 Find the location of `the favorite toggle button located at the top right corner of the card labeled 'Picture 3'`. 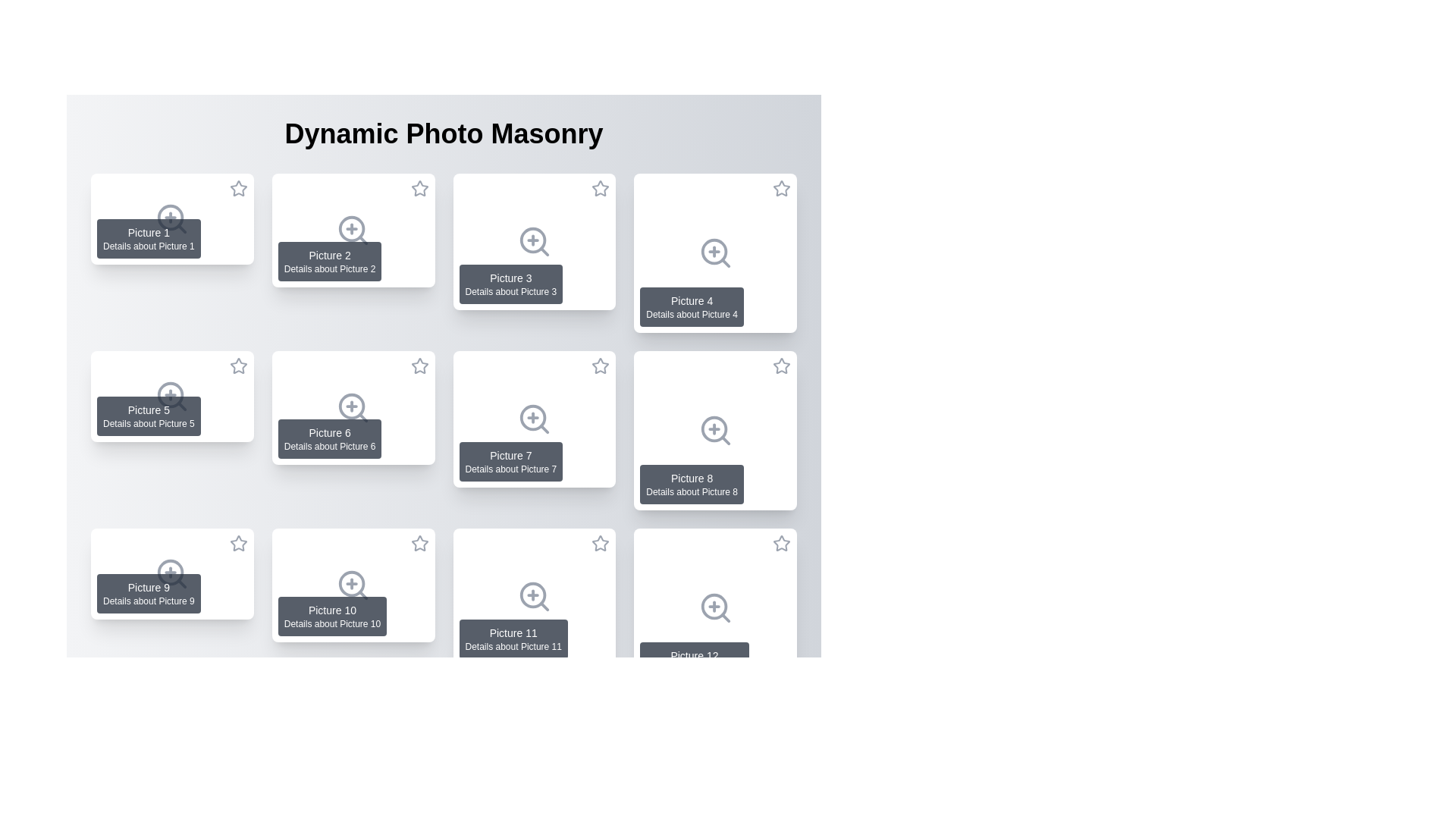

the favorite toggle button located at the top right corner of the card labeled 'Picture 3' is located at coordinates (600, 188).